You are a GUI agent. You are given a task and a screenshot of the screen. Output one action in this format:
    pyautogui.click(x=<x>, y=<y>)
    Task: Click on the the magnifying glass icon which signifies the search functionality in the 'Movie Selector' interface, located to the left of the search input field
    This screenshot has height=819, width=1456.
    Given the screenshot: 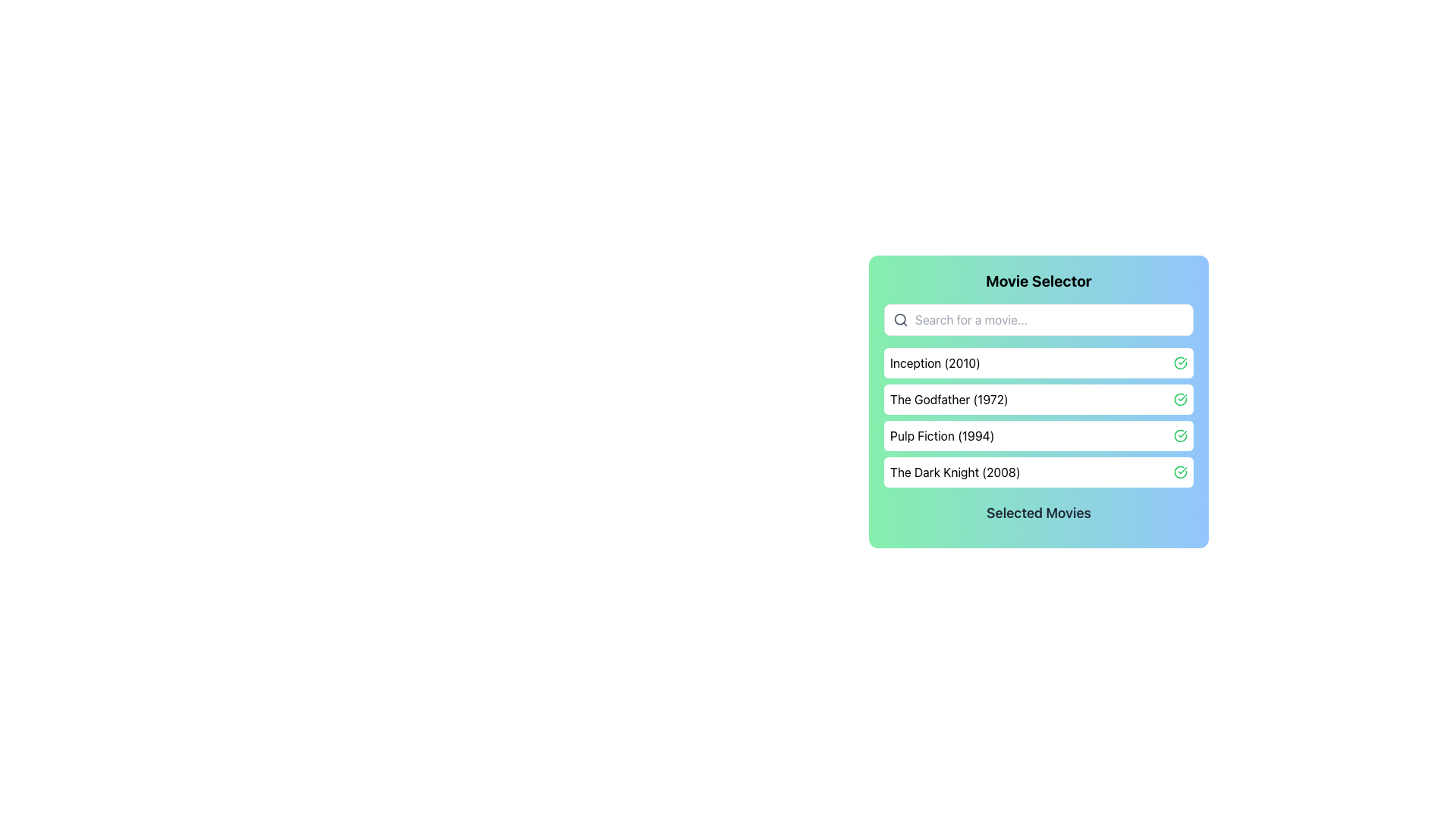 What is the action you would take?
    pyautogui.click(x=900, y=318)
    